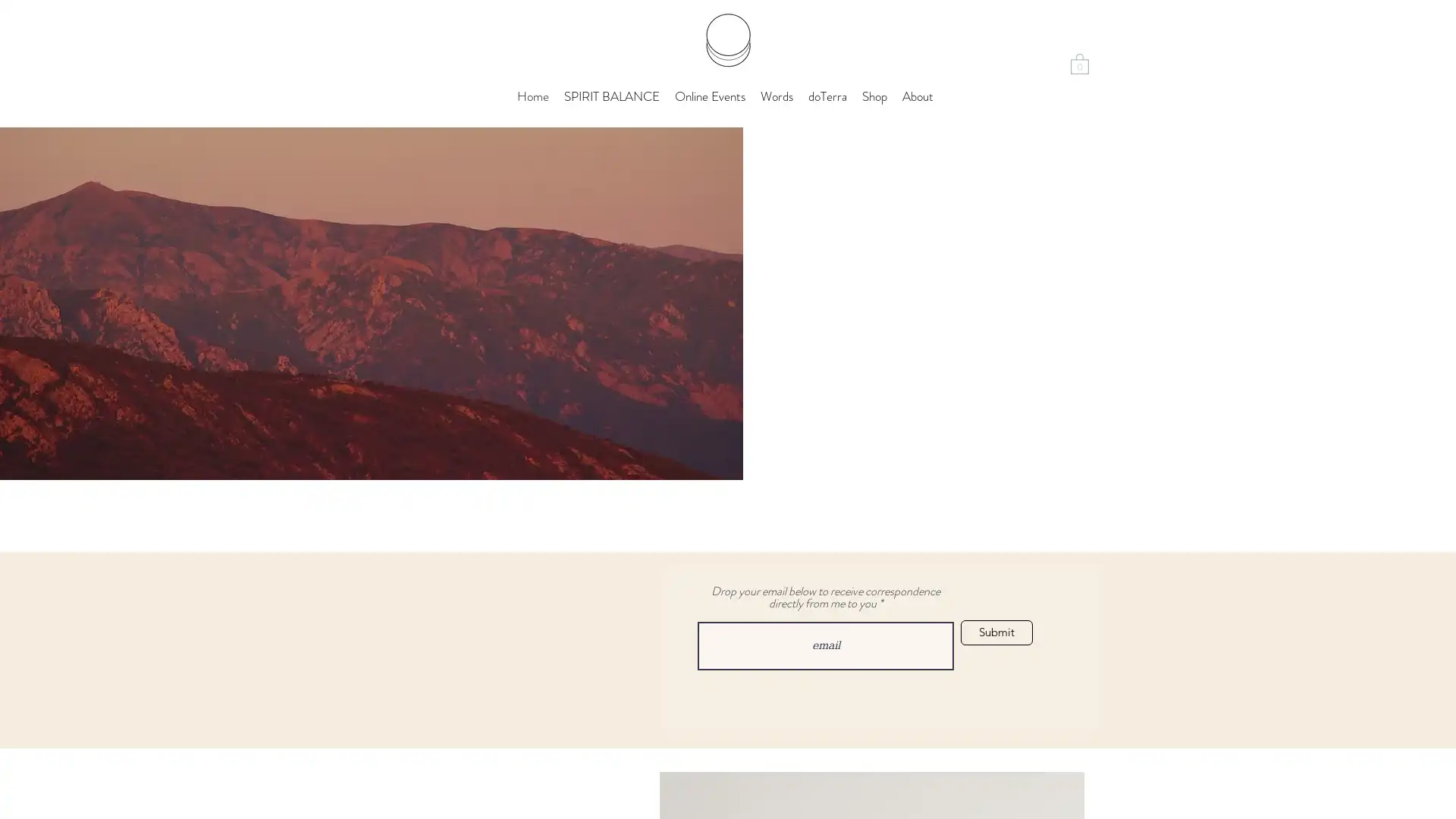 The image size is (1456, 819). What do you see at coordinates (1079, 62) in the screenshot?
I see `Cart with 0 items` at bounding box center [1079, 62].